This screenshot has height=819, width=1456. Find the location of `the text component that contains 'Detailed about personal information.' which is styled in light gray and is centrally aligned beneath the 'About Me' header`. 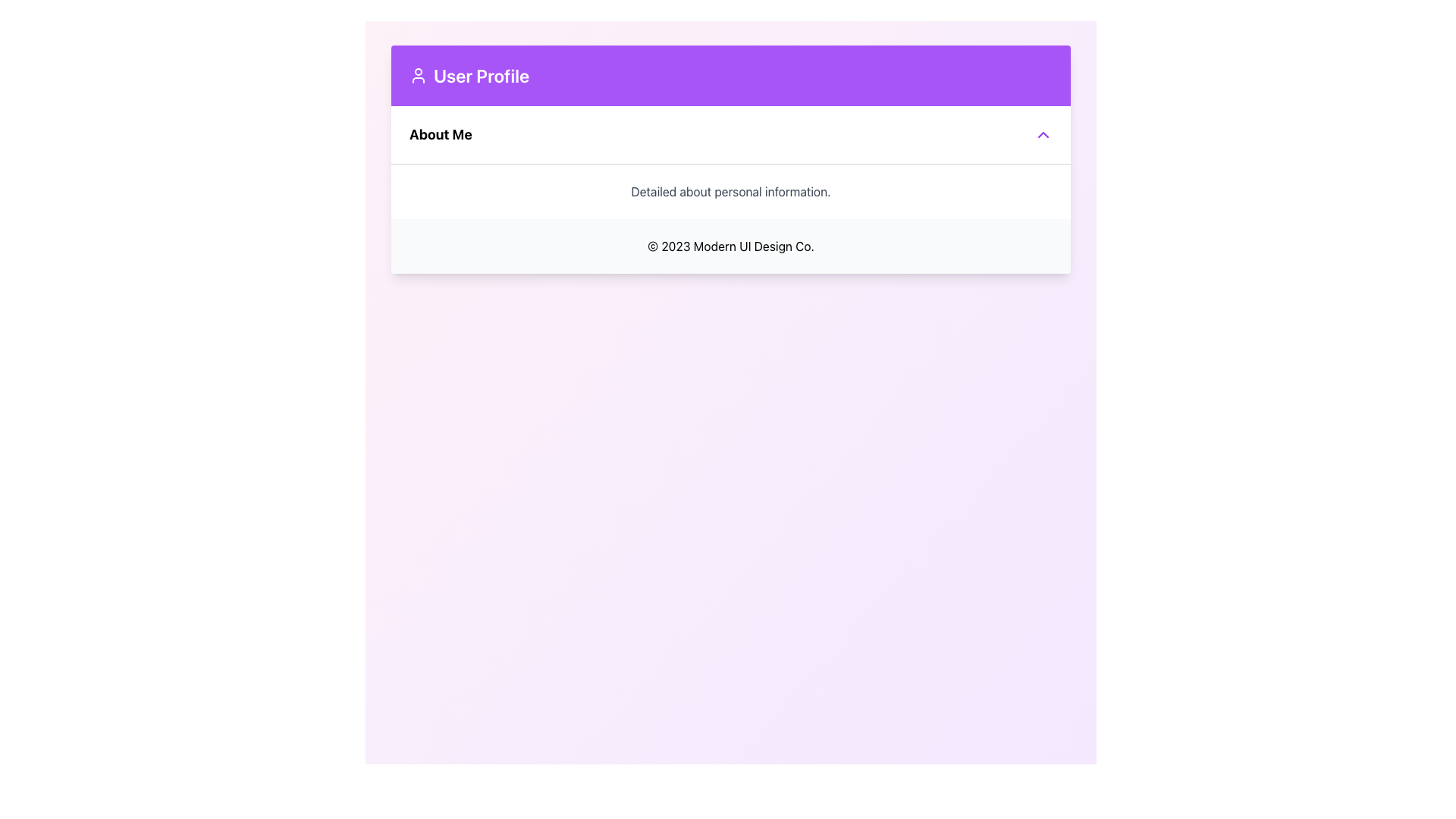

the text component that contains 'Detailed about personal information.' which is styled in light gray and is centrally aligned beneath the 'About Me' header is located at coordinates (731, 190).